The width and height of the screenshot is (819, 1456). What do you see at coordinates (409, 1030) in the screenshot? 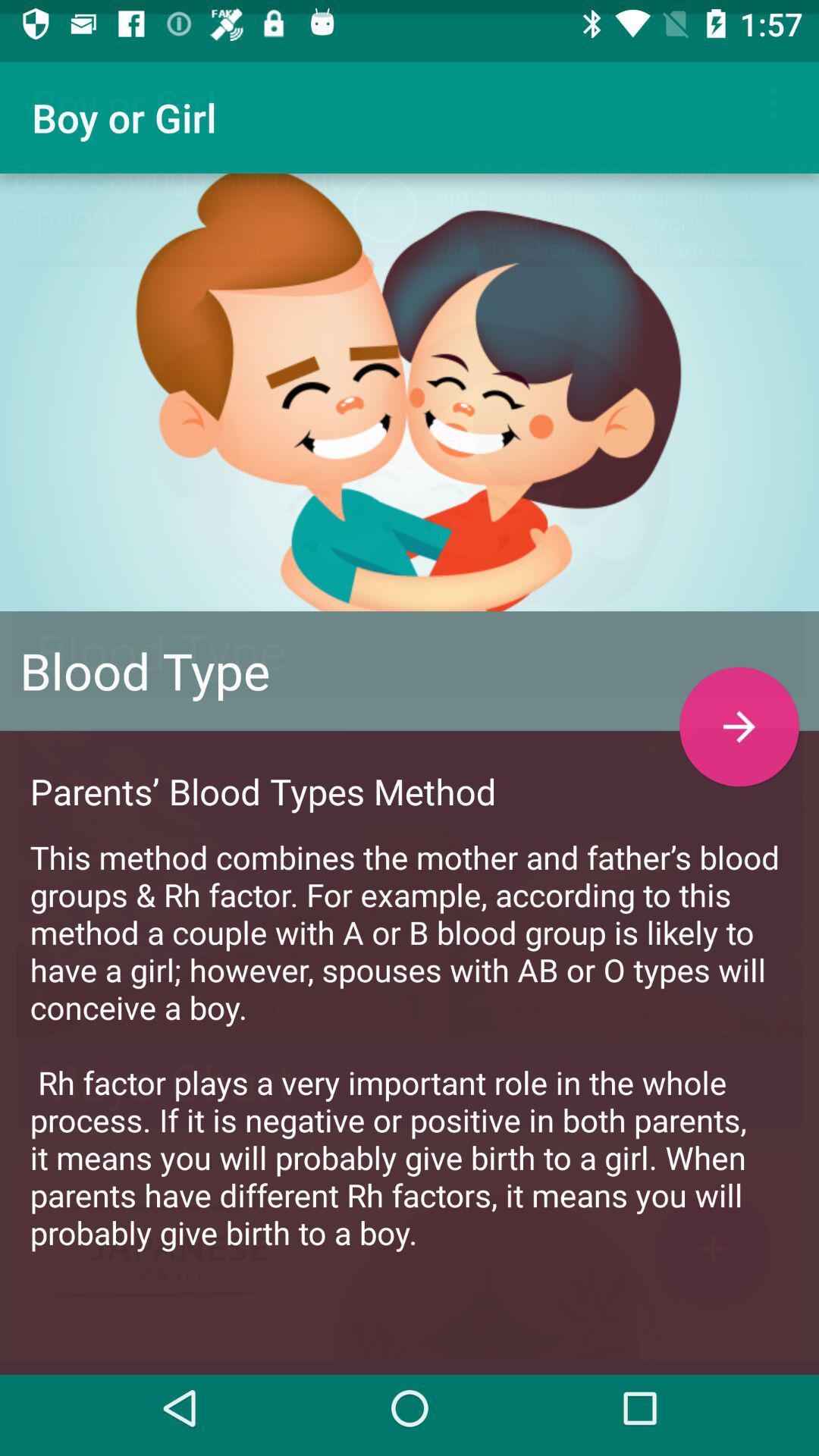
I see `the this method combines item` at bounding box center [409, 1030].